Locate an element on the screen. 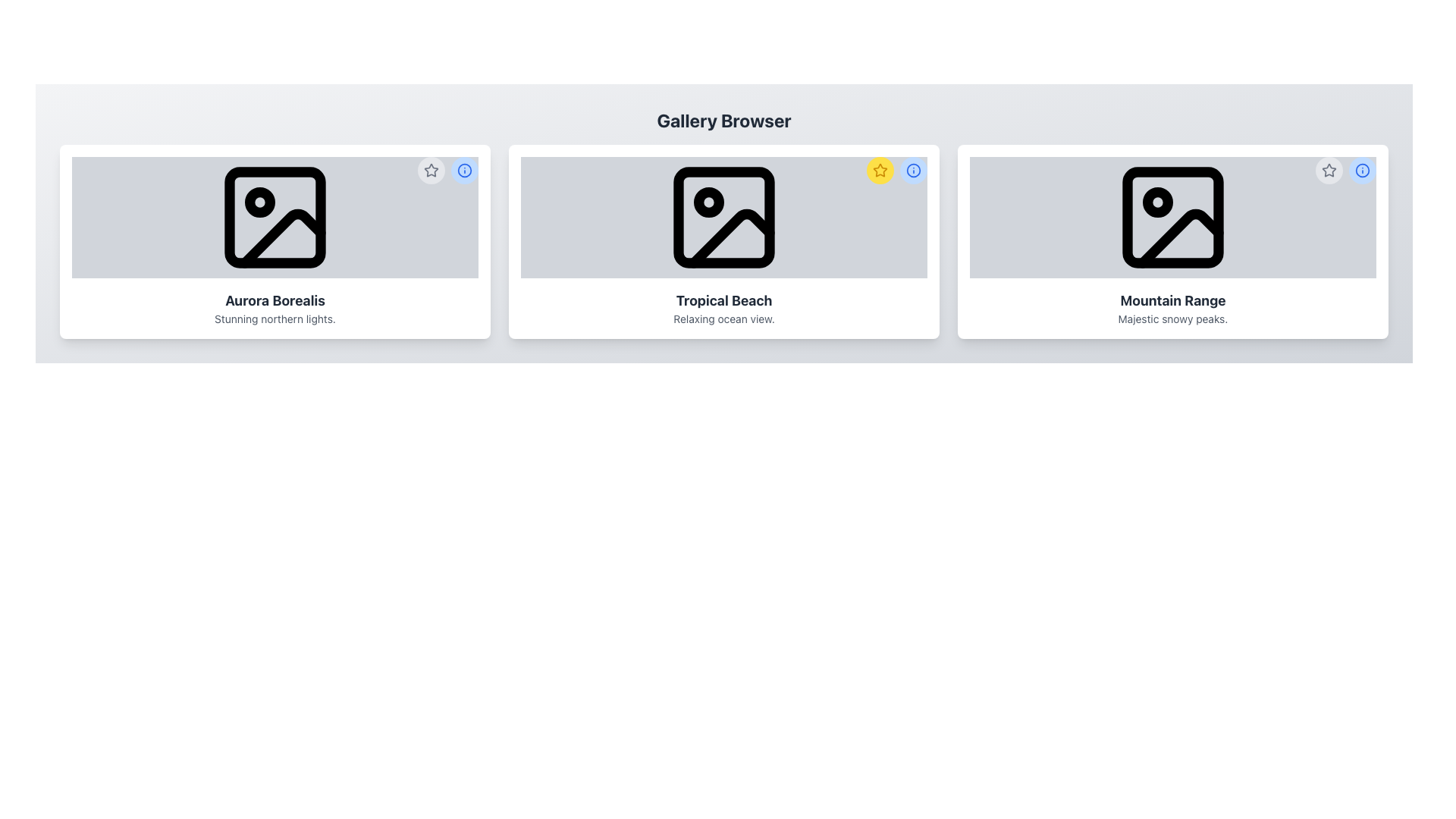 The image size is (1456, 819). the star-shaped icon button in the top-right corner of the 'Mountain Range' card is located at coordinates (1328, 170).